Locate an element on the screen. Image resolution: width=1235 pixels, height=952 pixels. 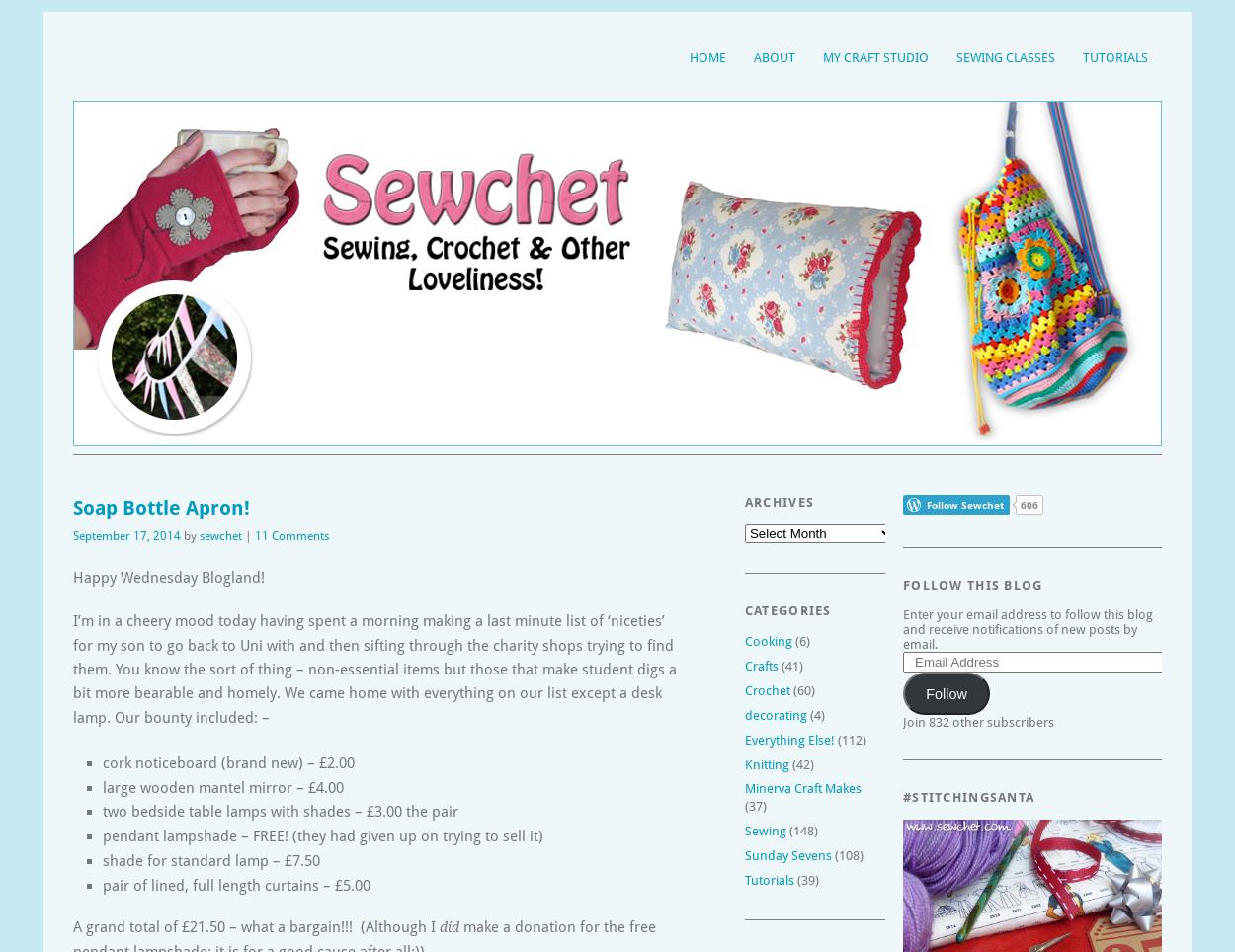
'(6)' is located at coordinates (800, 640).